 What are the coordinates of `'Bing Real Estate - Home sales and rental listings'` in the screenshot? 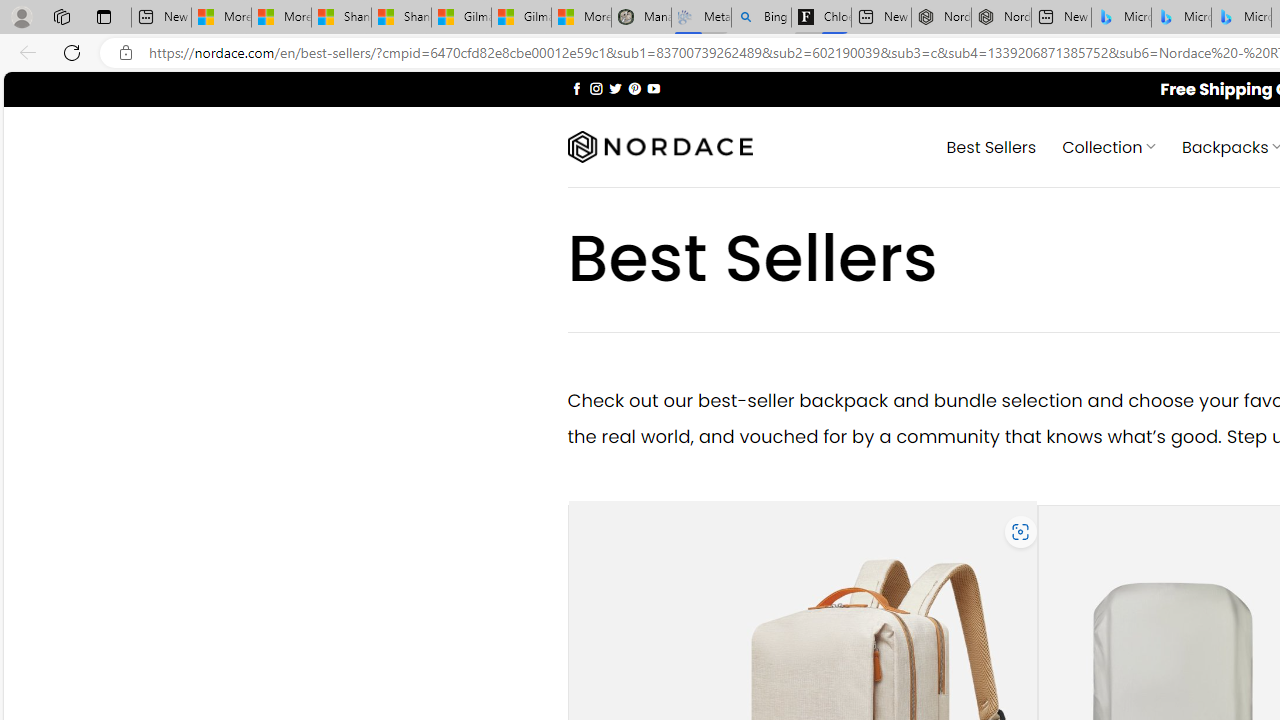 It's located at (760, 17).